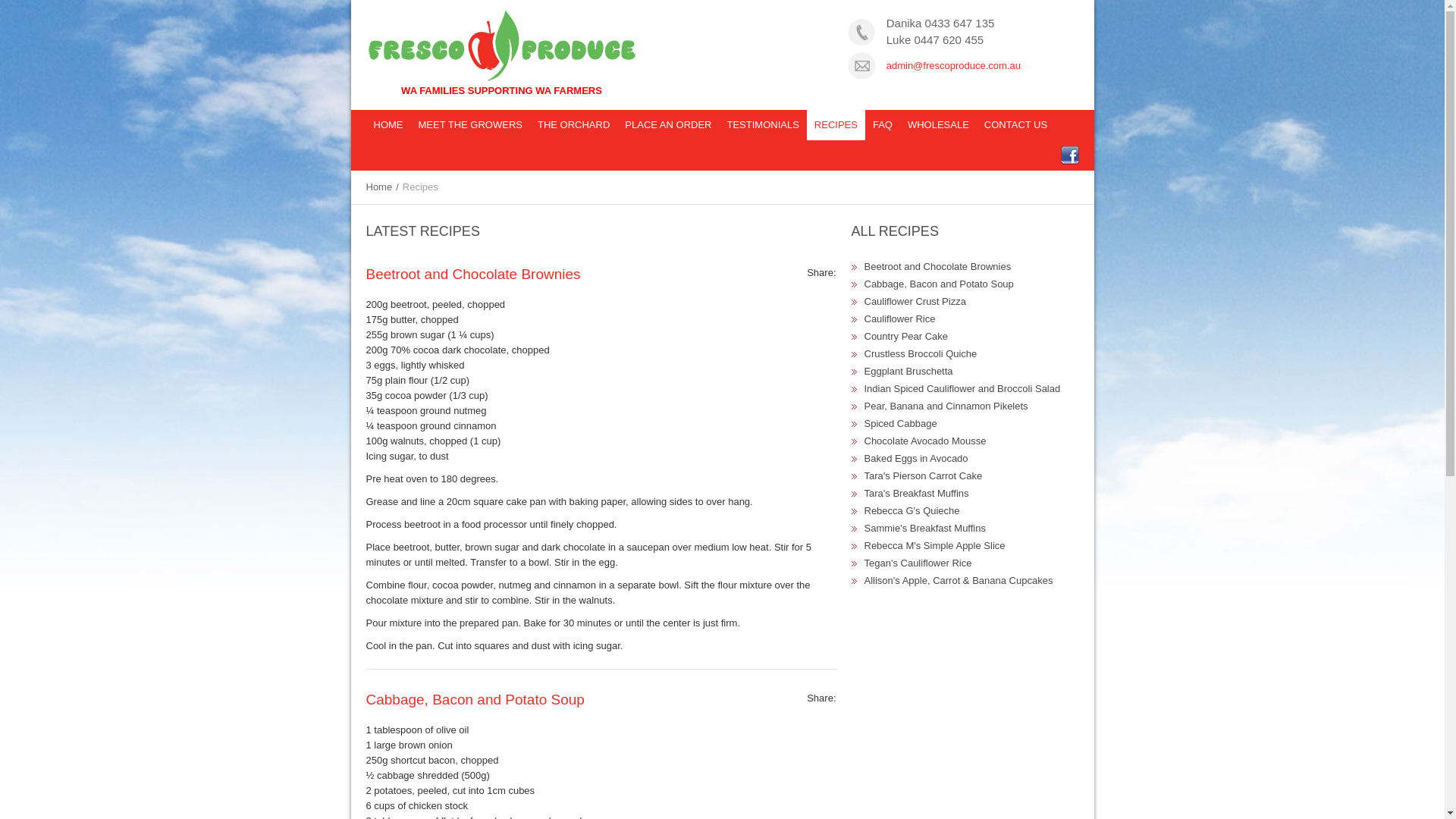  I want to click on 'WHOLESALE', so click(937, 124).